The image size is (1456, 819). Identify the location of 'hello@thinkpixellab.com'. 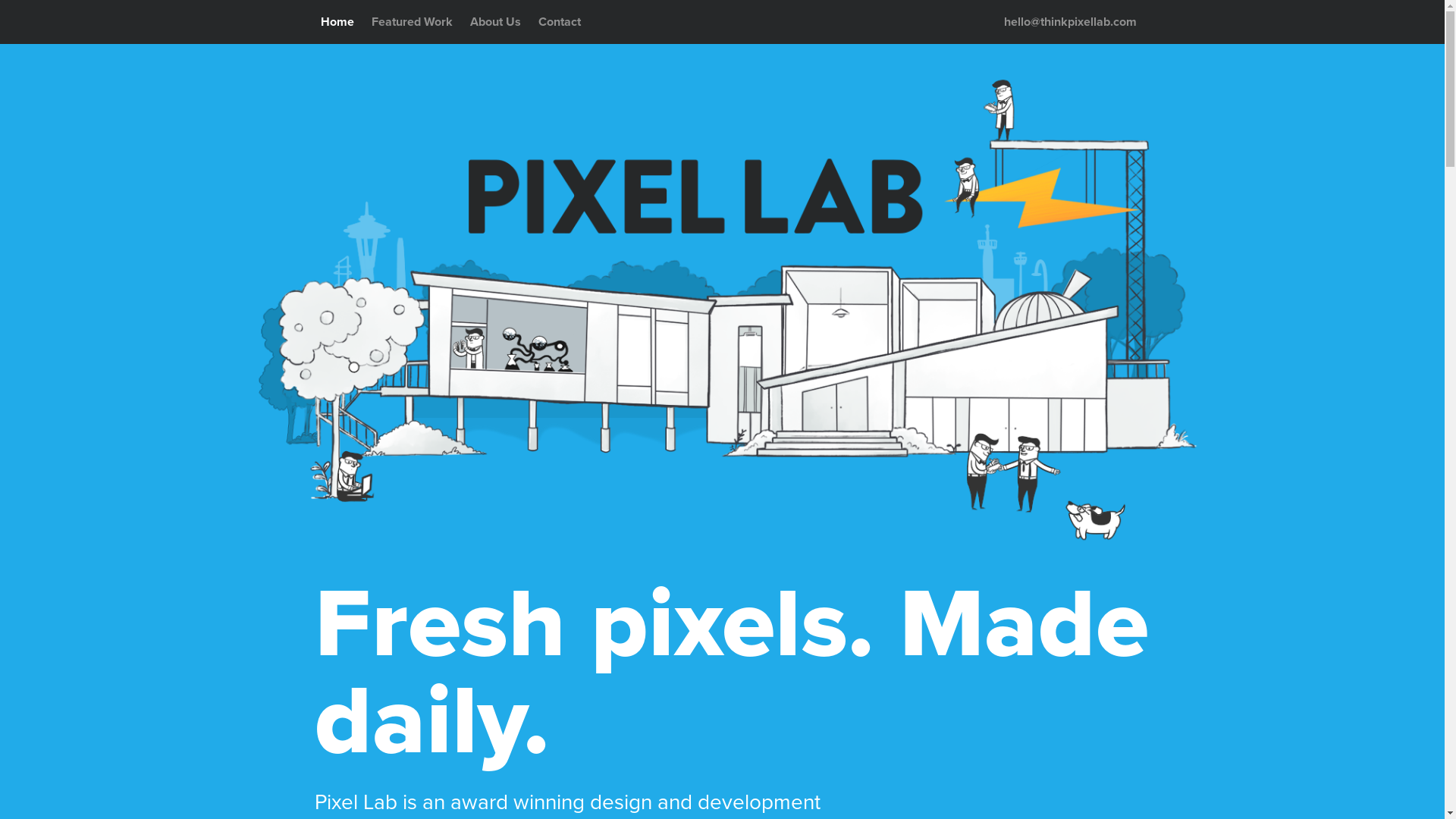
(1069, 22).